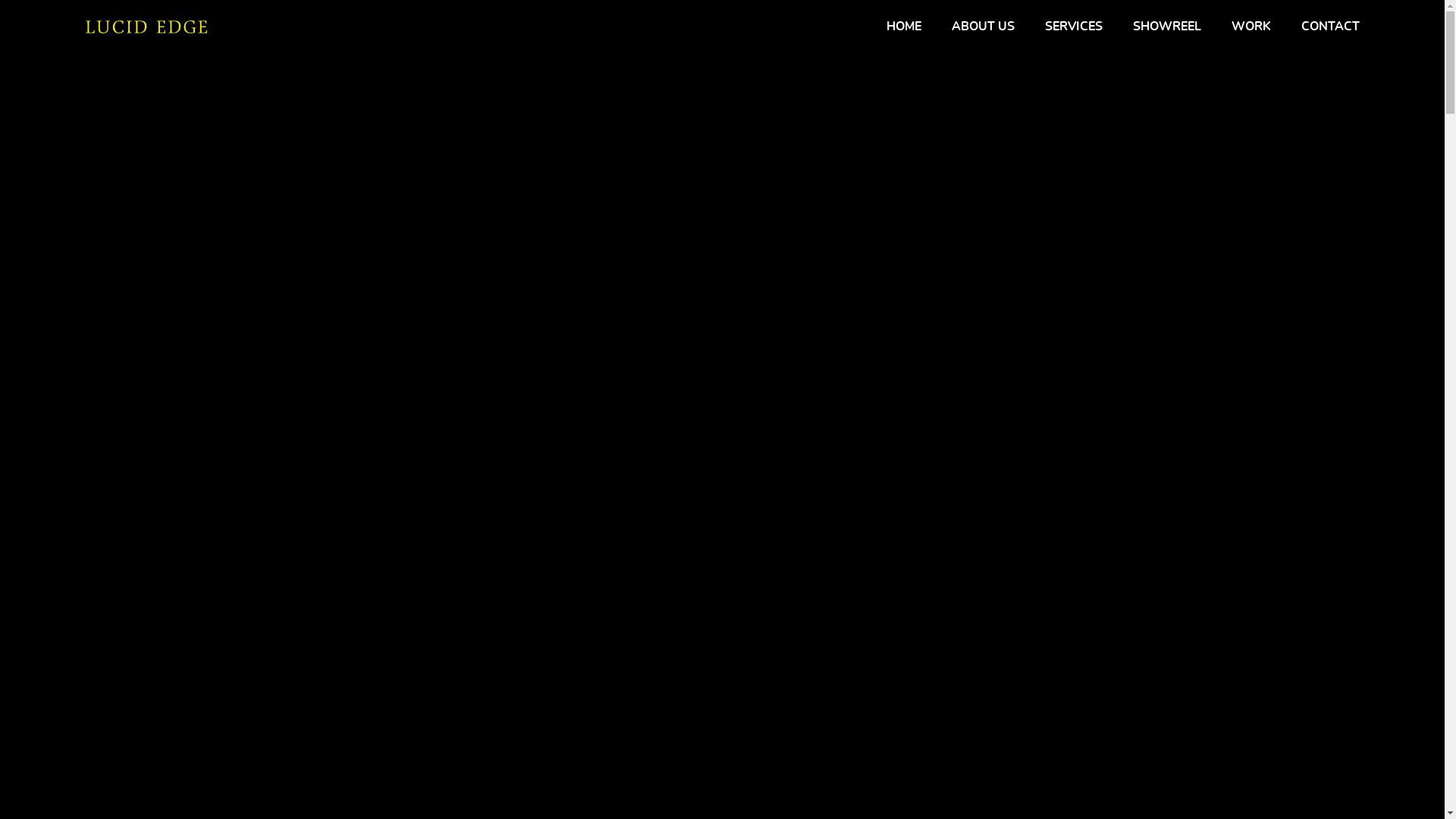 This screenshot has height=819, width=1456. Describe the element at coordinates (902, 27) in the screenshot. I see `'HOME'` at that location.